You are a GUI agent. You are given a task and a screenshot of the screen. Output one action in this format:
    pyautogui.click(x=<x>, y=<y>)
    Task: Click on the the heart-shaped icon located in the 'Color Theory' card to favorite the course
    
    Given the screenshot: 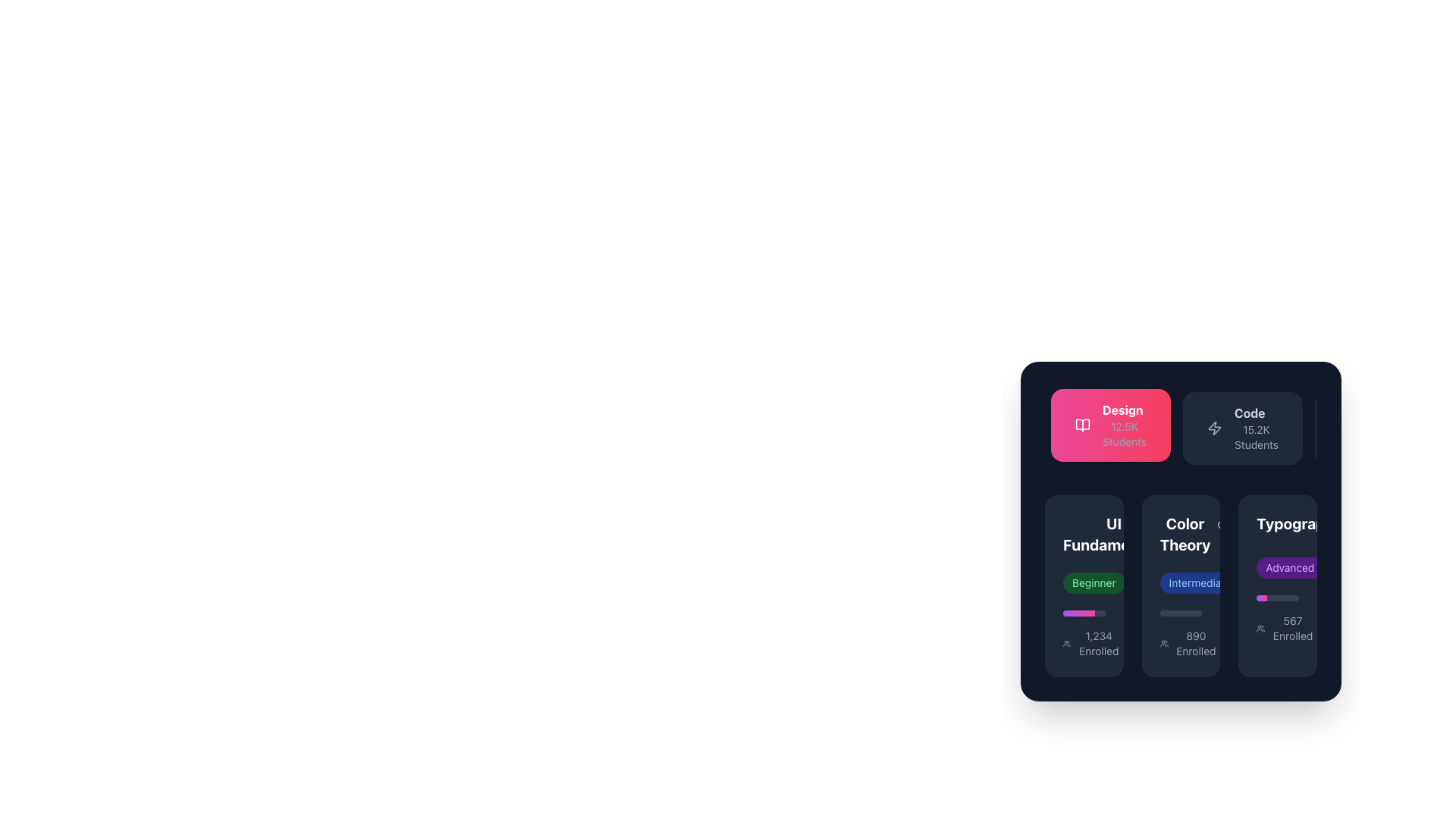 What is the action you would take?
    pyautogui.click(x=1178, y=526)
    